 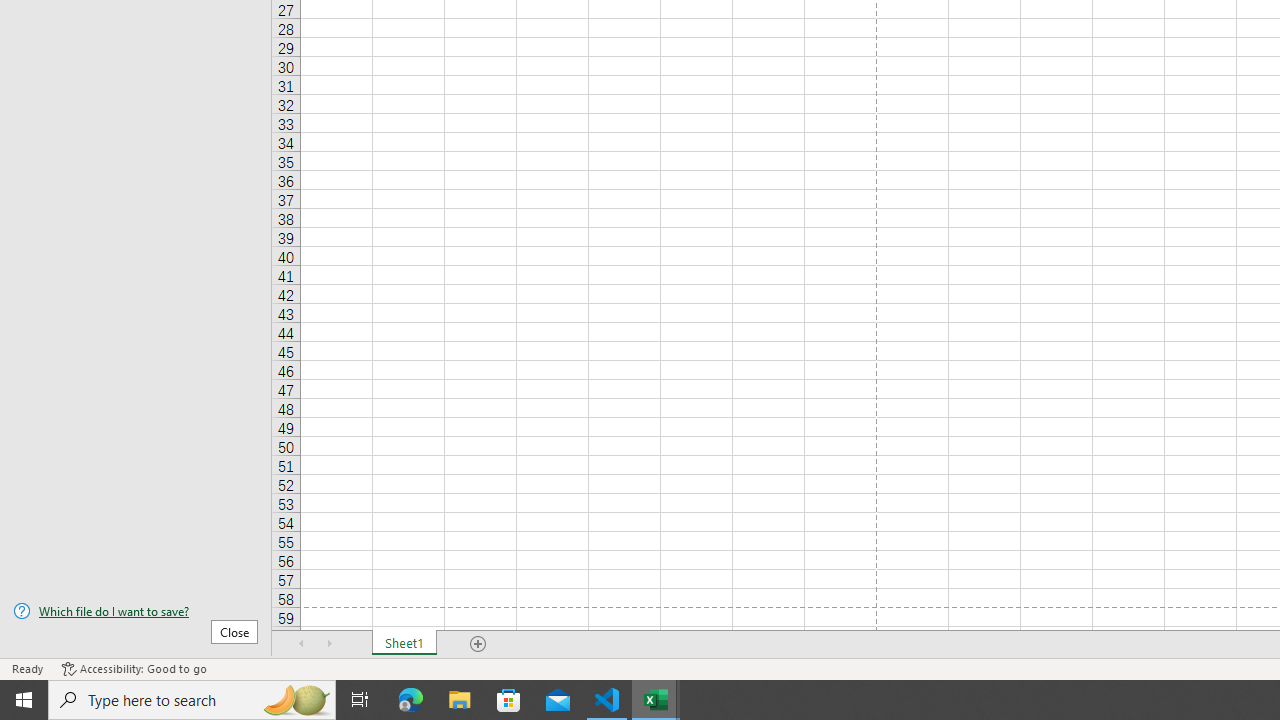 What do you see at coordinates (135, 610) in the screenshot?
I see `'Which file do I want to save?'` at bounding box center [135, 610].